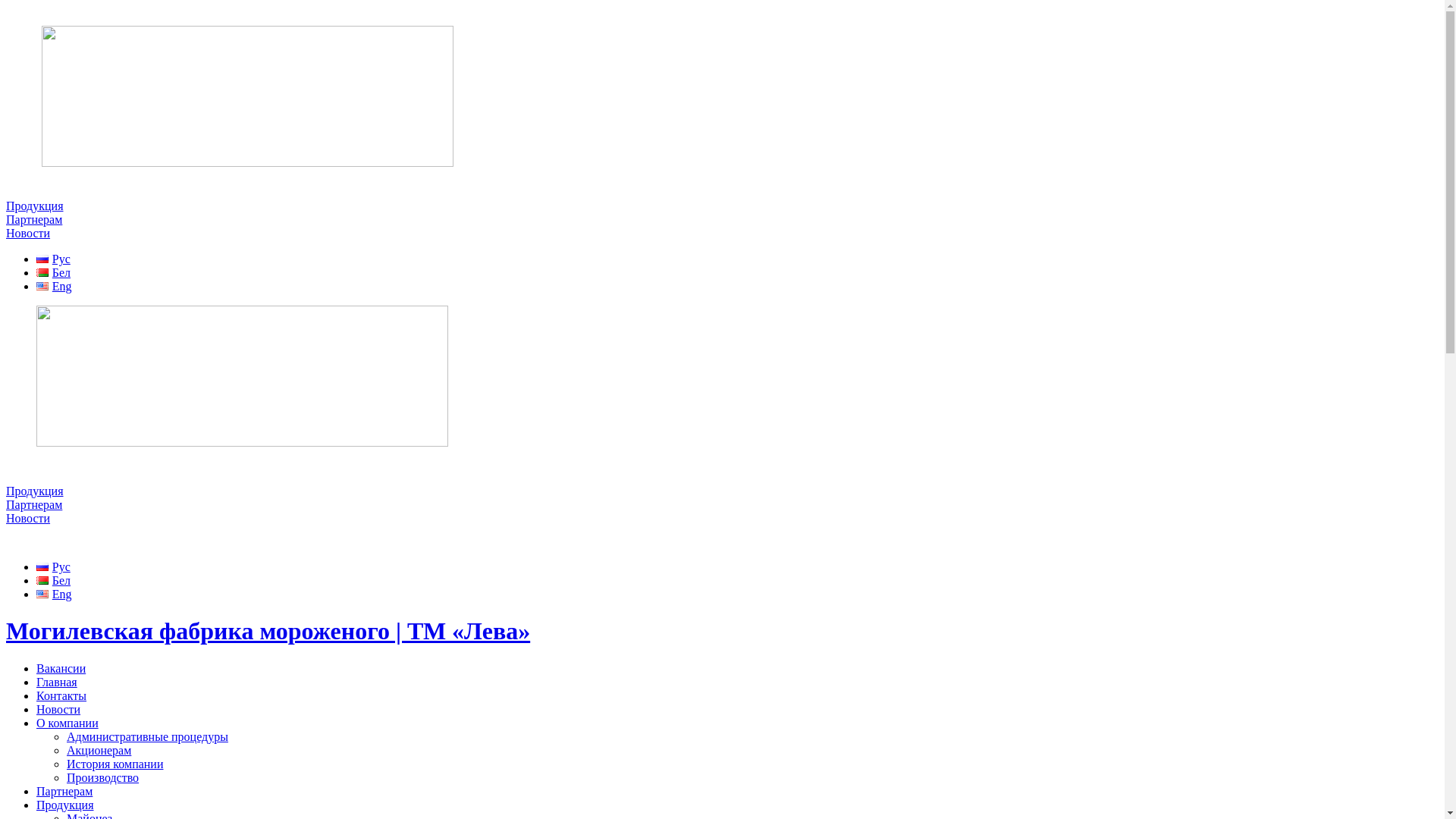  What do you see at coordinates (54, 593) in the screenshot?
I see `'Eng'` at bounding box center [54, 593].